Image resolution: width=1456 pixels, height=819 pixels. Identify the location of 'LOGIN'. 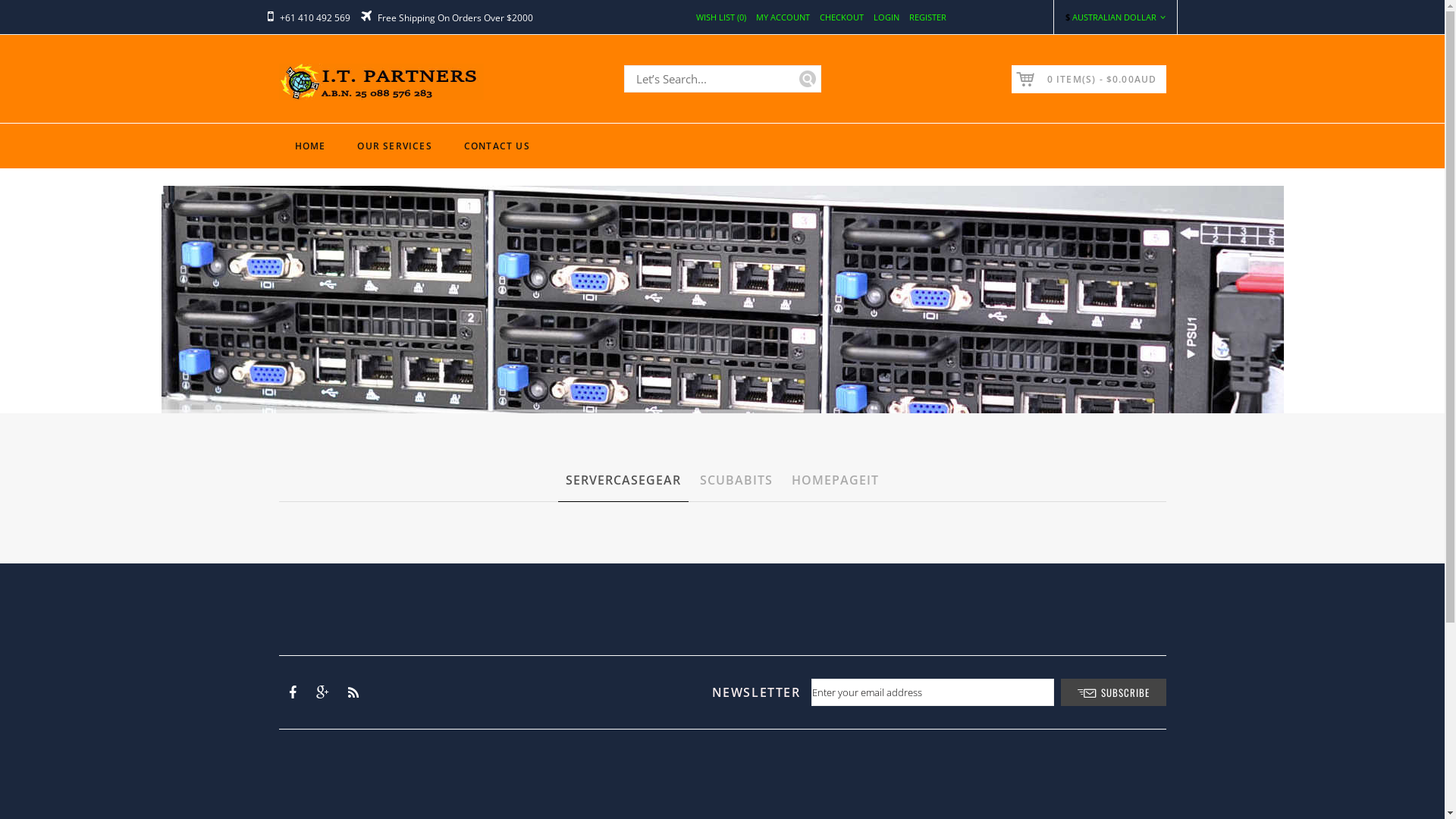
(886, 17).